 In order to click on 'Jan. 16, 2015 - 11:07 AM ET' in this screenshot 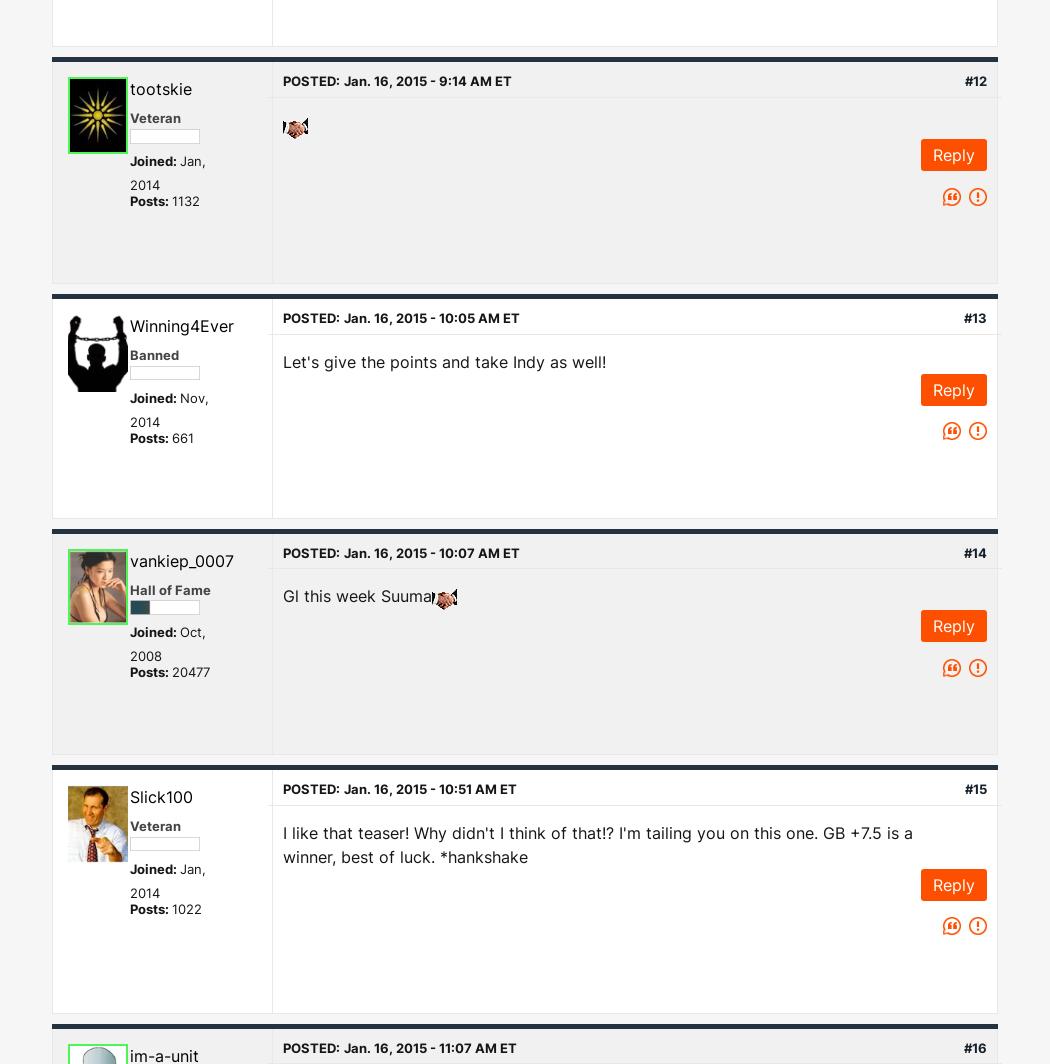, I will do `click(429, 1046)`.